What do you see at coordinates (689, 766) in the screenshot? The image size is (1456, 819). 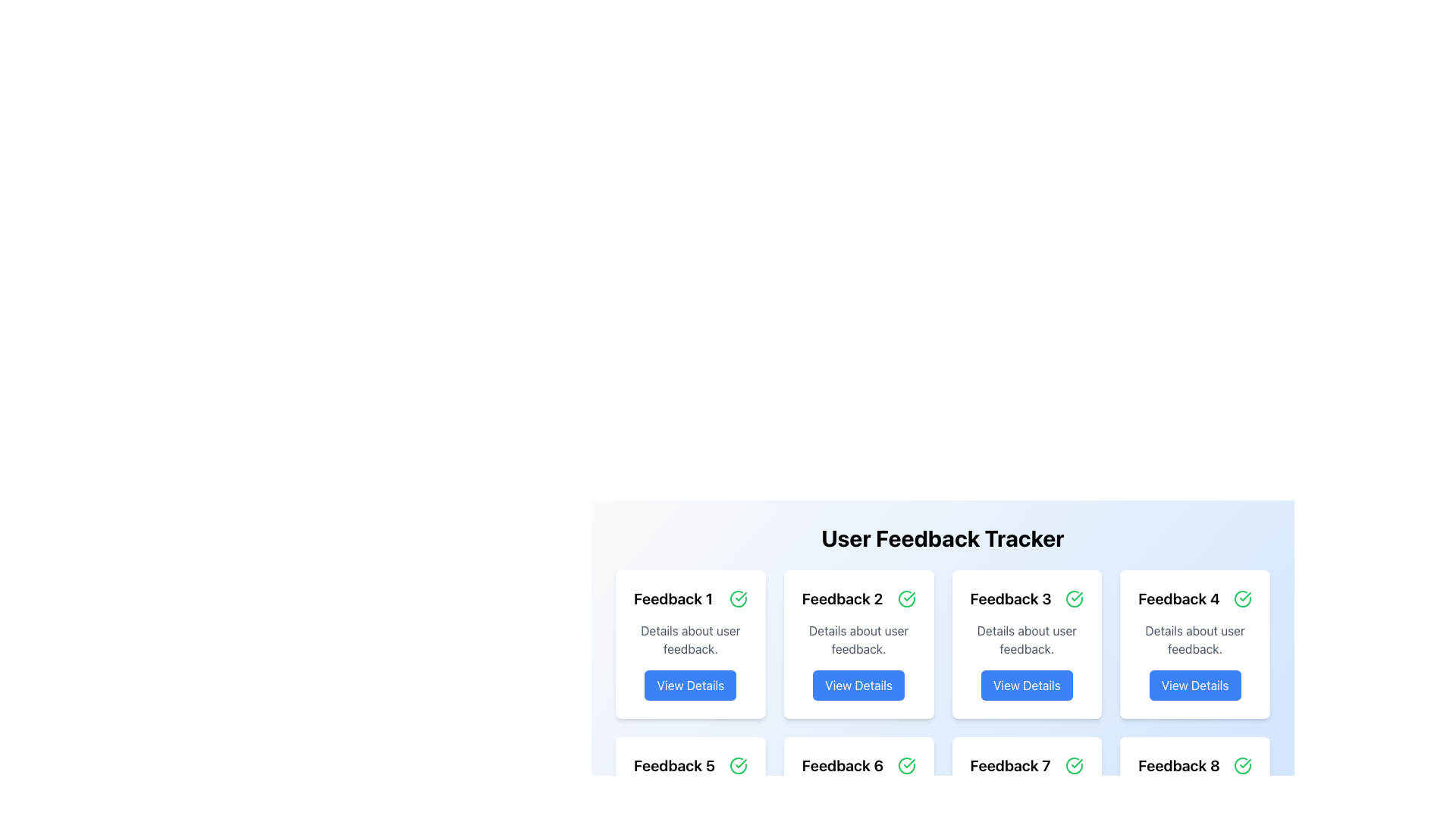 I see `the Label with an icon that indicates the feedback number and status, specifically the title of the feedback tile labeled 'Feedback 5', located in the second row, first column of the feedback grid` at bounding box center [689, 766].